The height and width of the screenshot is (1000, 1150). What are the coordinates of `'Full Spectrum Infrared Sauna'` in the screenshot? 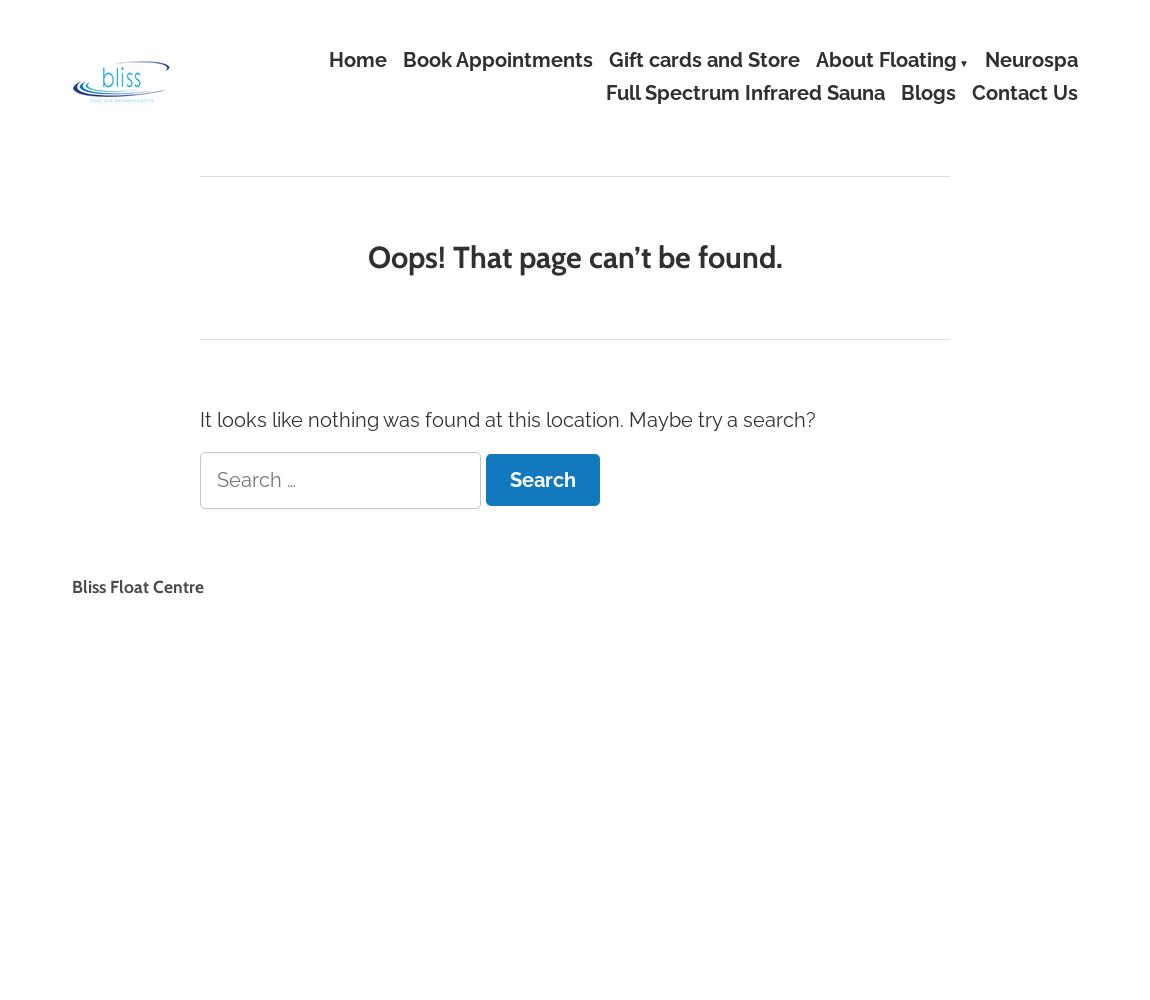 It's located at (744, 92).